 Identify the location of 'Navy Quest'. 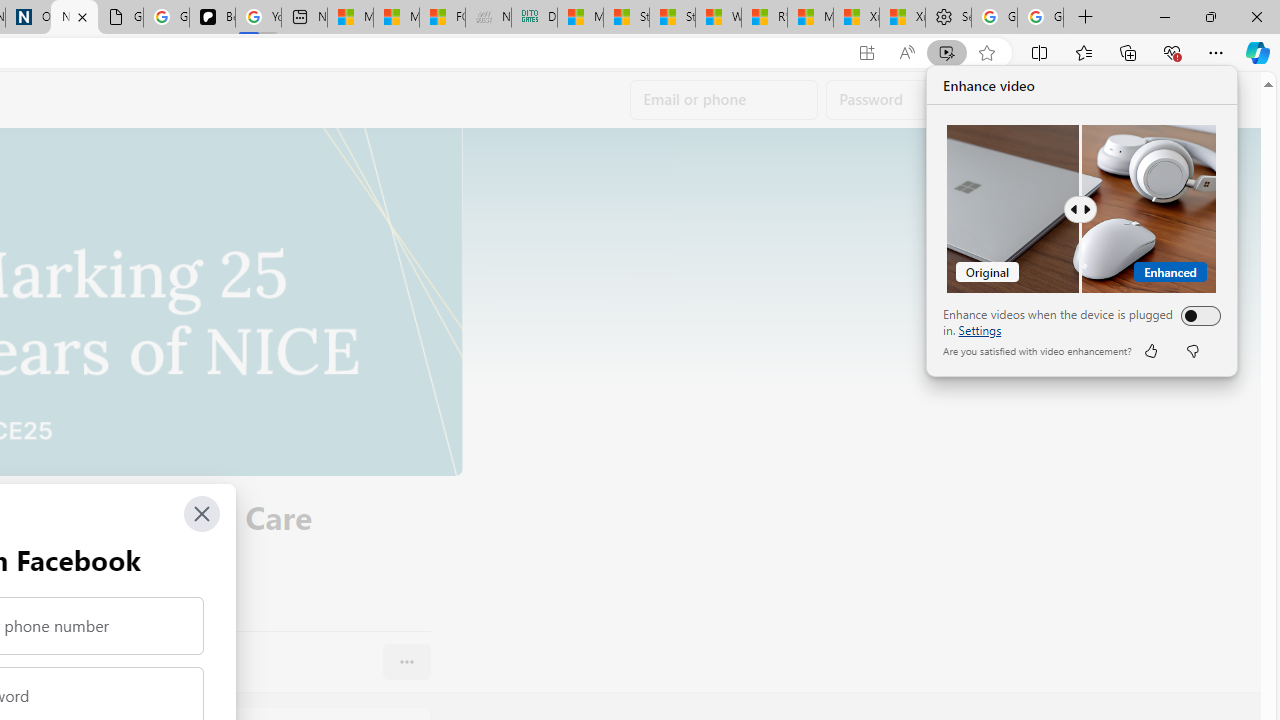
(488, 17).